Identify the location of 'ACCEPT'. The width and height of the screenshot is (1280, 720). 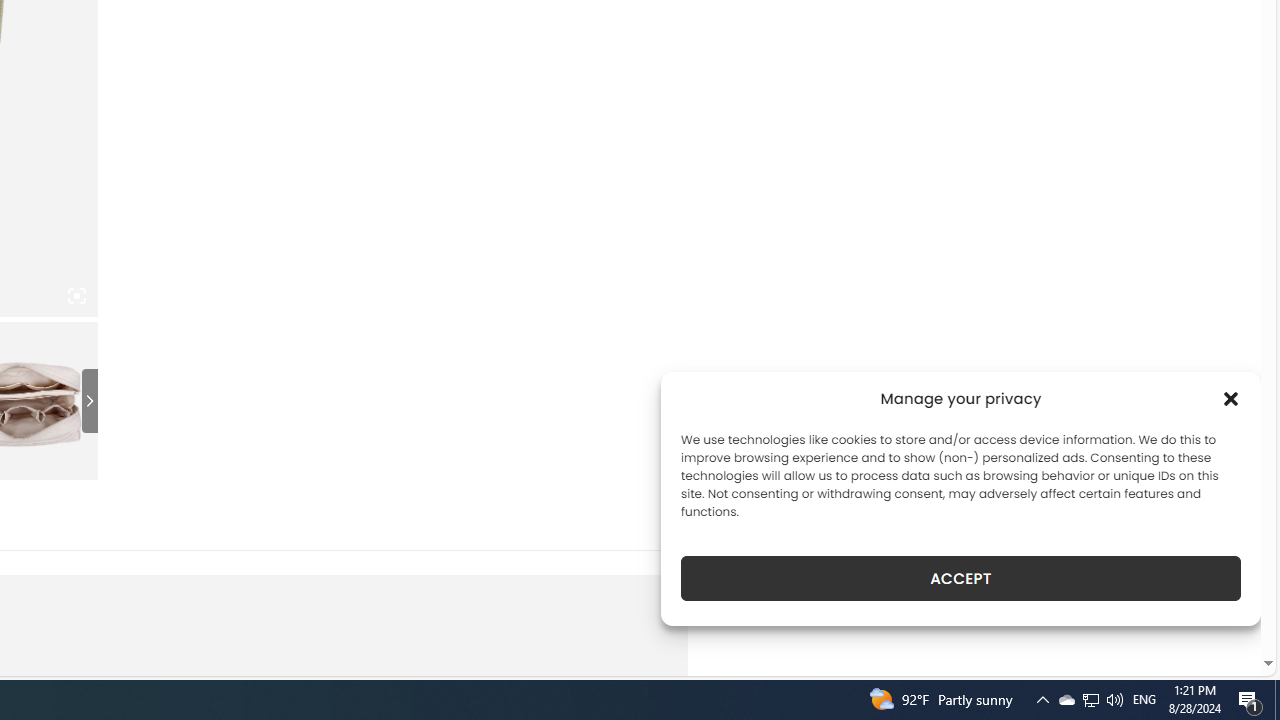
(961, 578).